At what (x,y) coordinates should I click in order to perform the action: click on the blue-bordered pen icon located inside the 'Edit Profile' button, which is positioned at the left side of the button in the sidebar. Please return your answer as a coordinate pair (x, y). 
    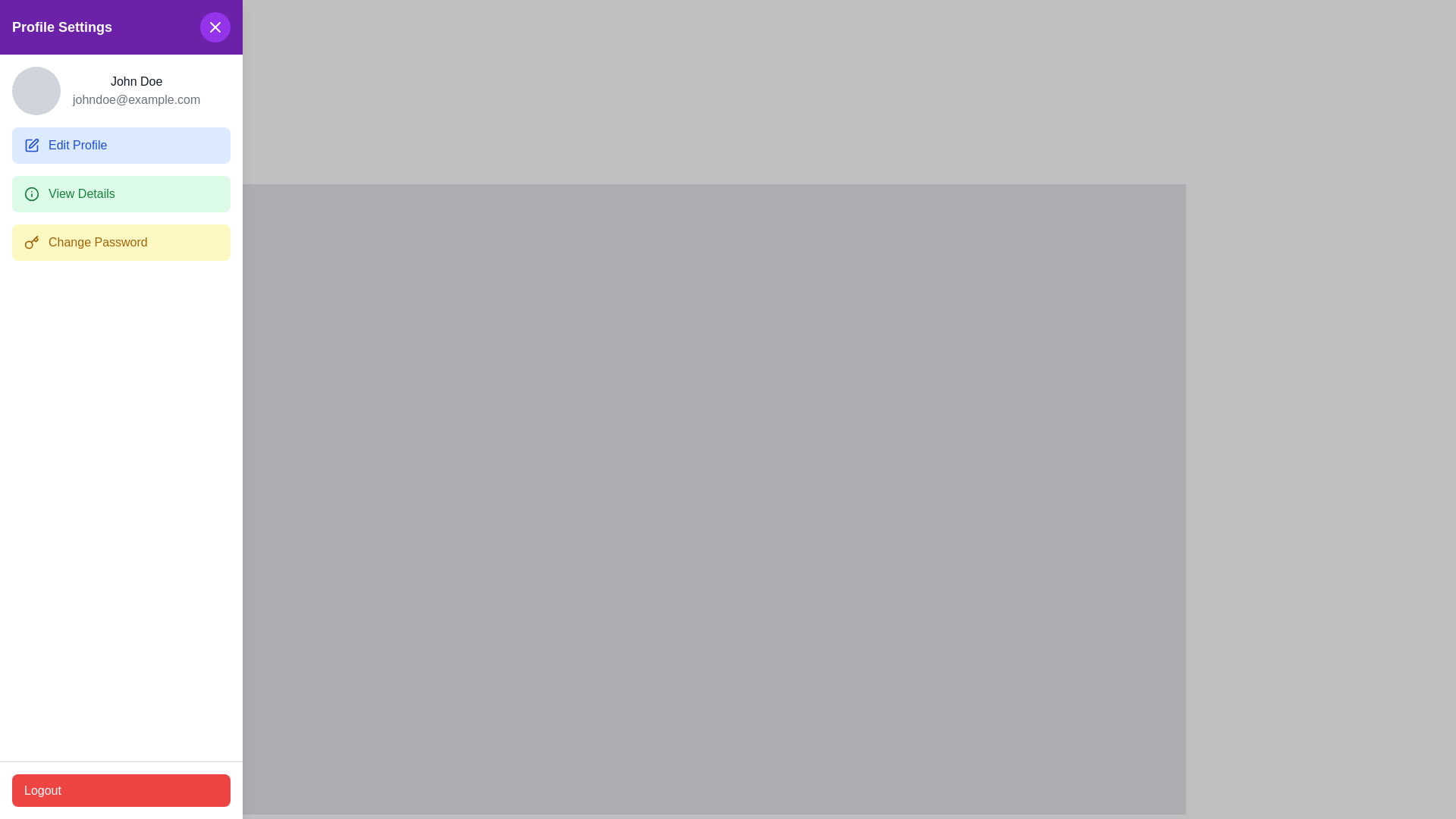
    Looking at the image, I should click on (32, 146).